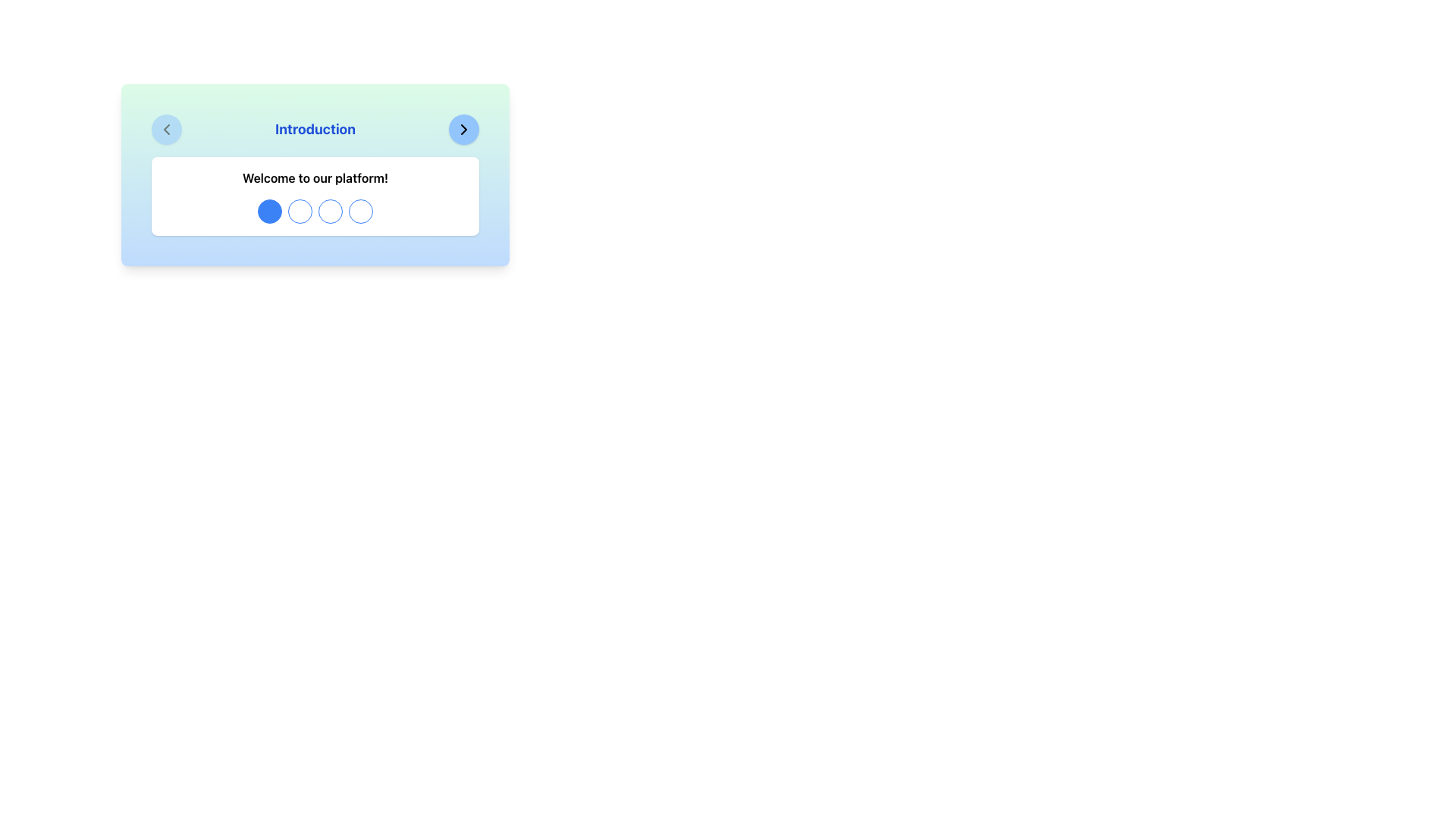 This screenshot has width=1456, height=819. Describe the element at coordinates (463, 128) in the screenshot. I see `the black chevron-right icon located within the circular button at the top-right corner of the interface` at that location.